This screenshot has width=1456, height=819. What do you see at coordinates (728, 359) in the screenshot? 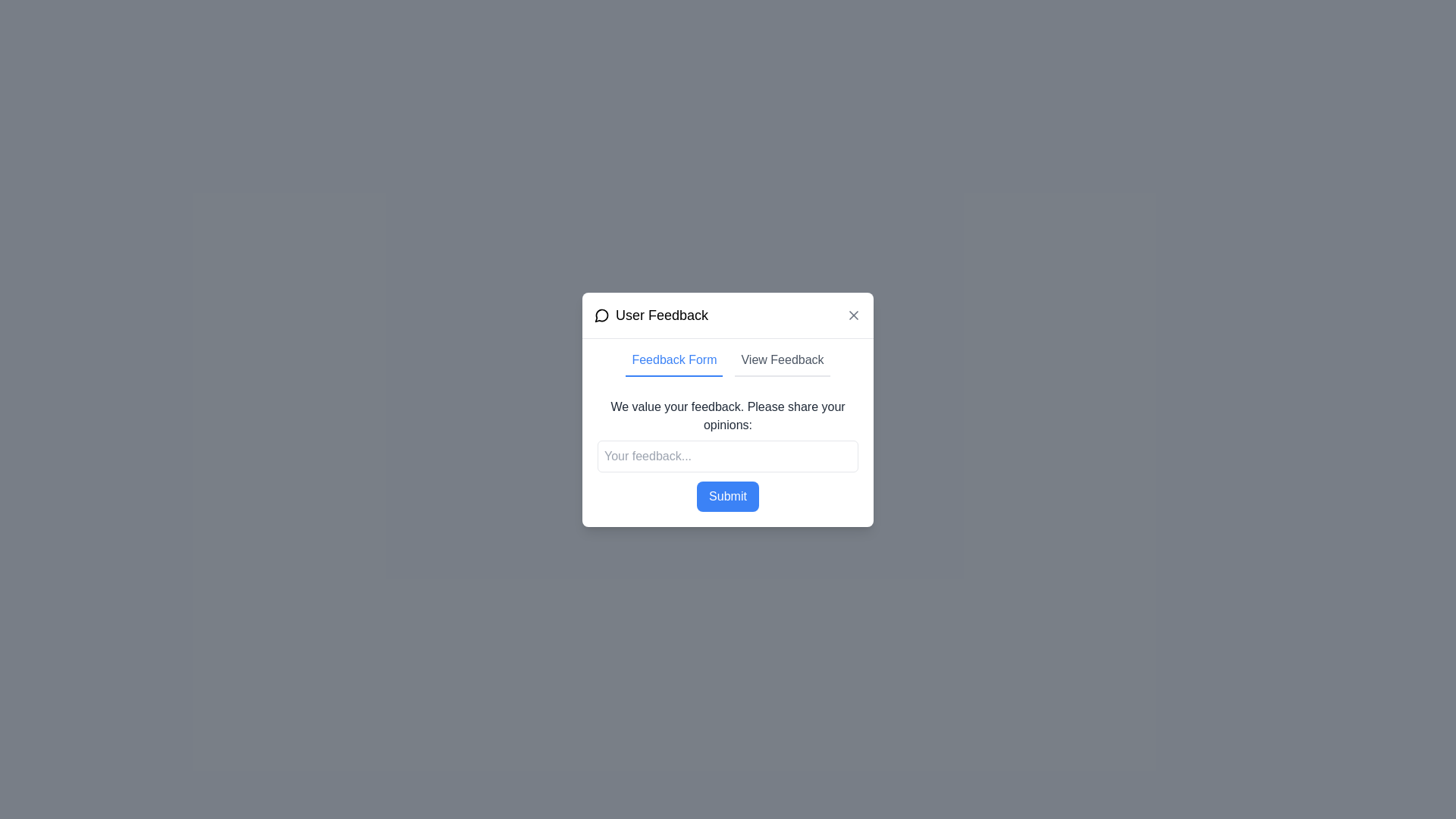
I see `the tab navigation control to switch between the 'Feedback Form' and 'View Feedback' sections in the 'User Feedback' modal` at bounding box center [728, 359].